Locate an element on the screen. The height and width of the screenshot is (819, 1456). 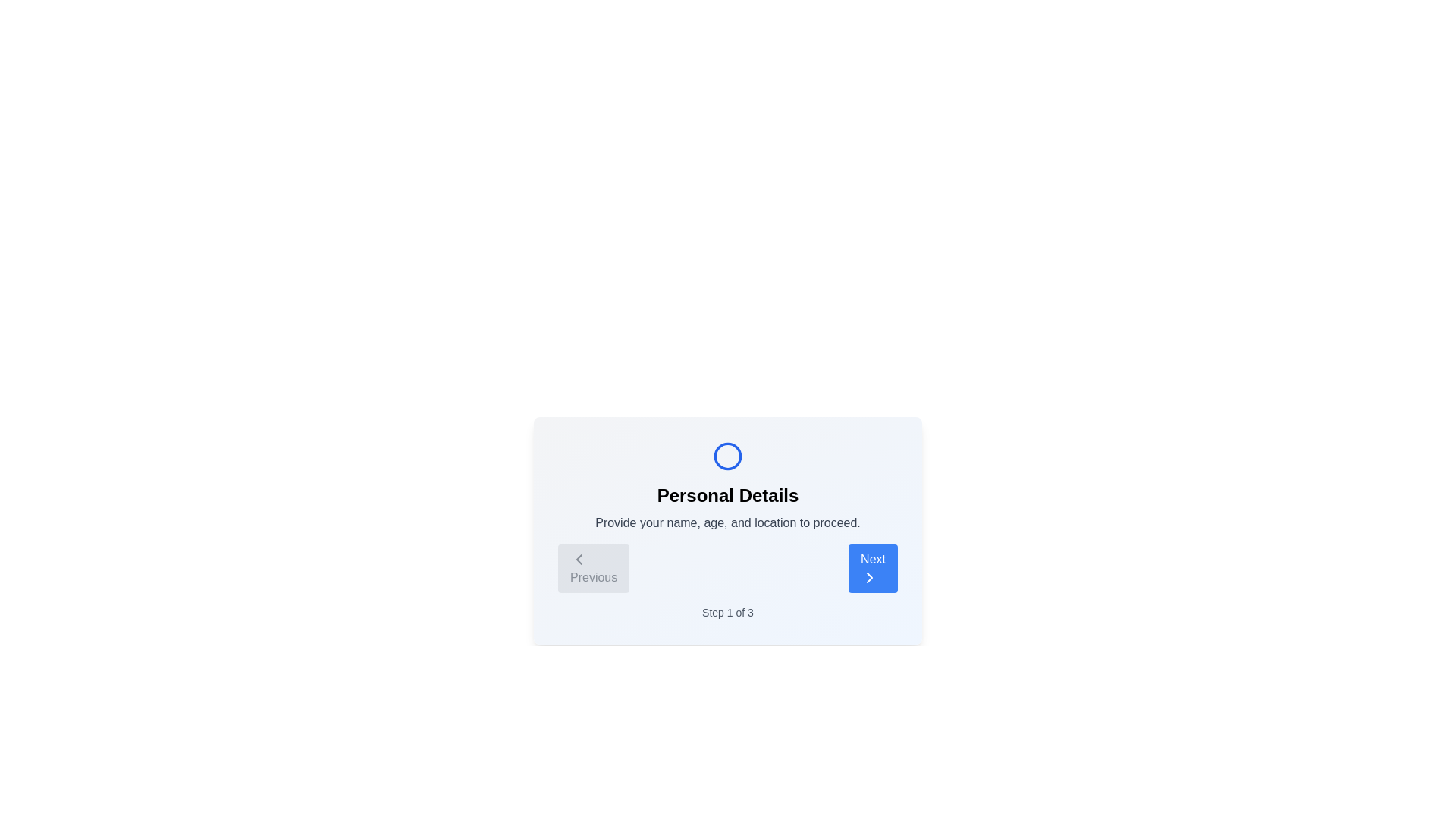
the 'Next' button to navigate to the next step is located at coordinates (873, 568).